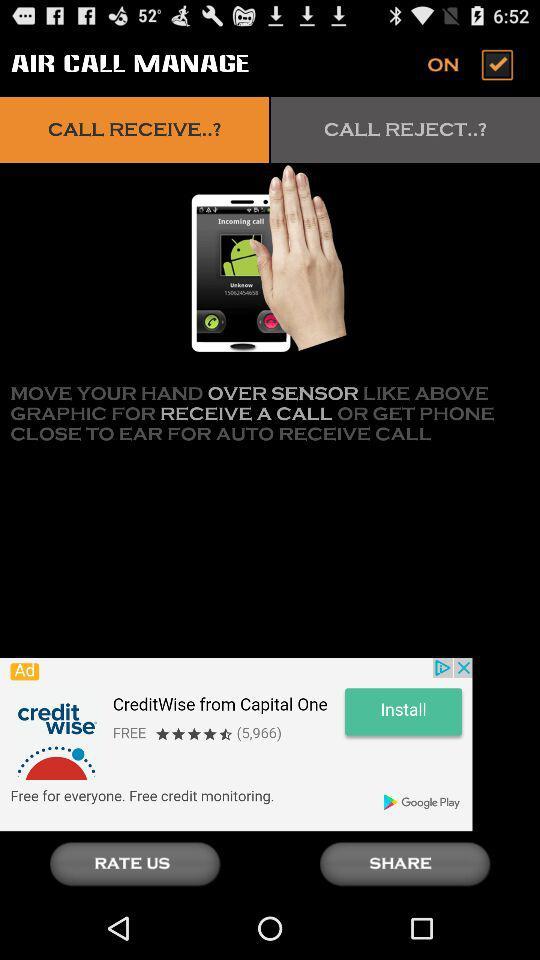 The width and height of the screenshot is (540, 960). I want to click on click advertisement, so click(235, 743).